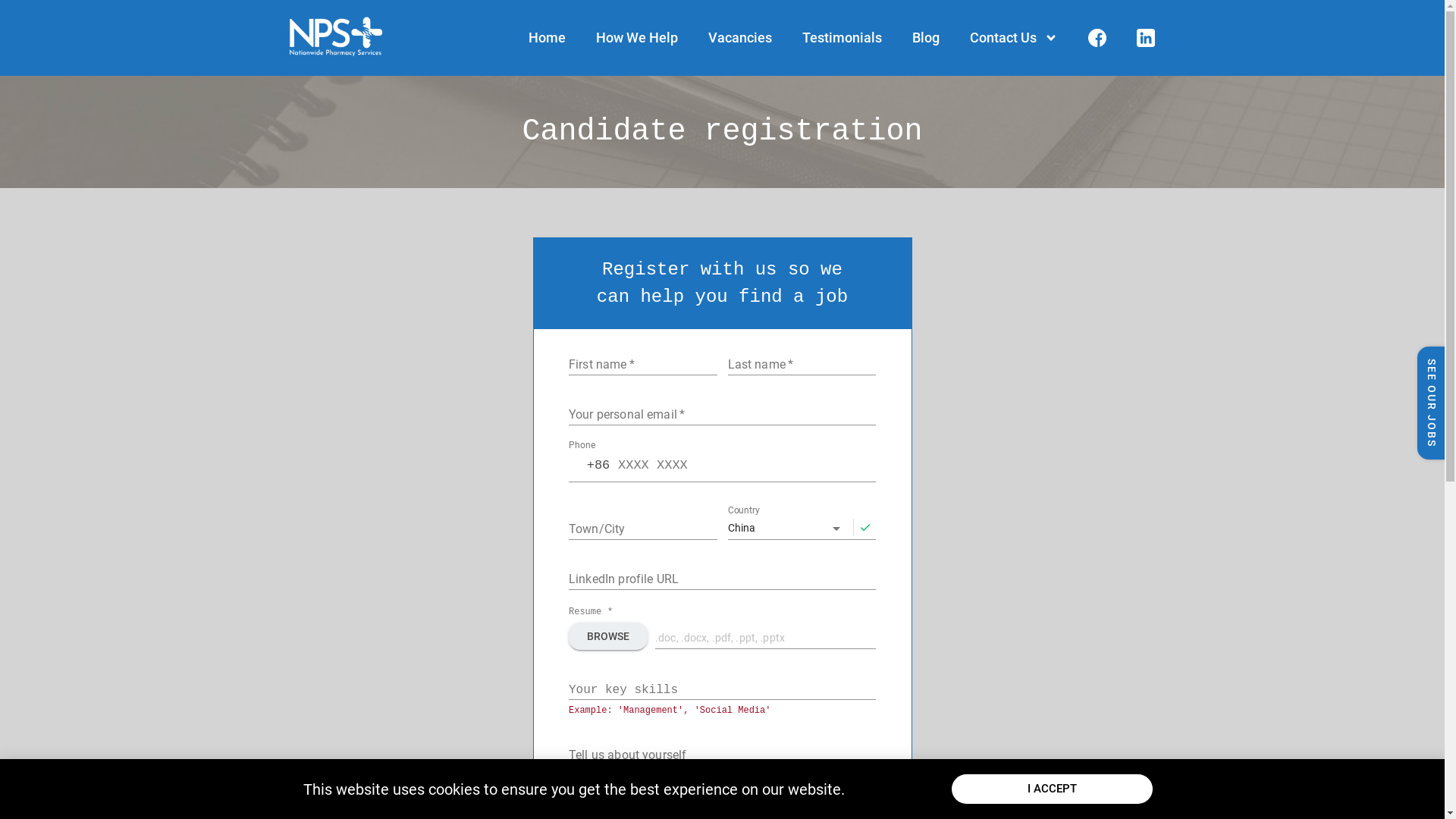 This screenshot has width=1456, height=819. Describe the element at coordinates (637, 37) in the screenshot. I see `'How We Help'` at that location.